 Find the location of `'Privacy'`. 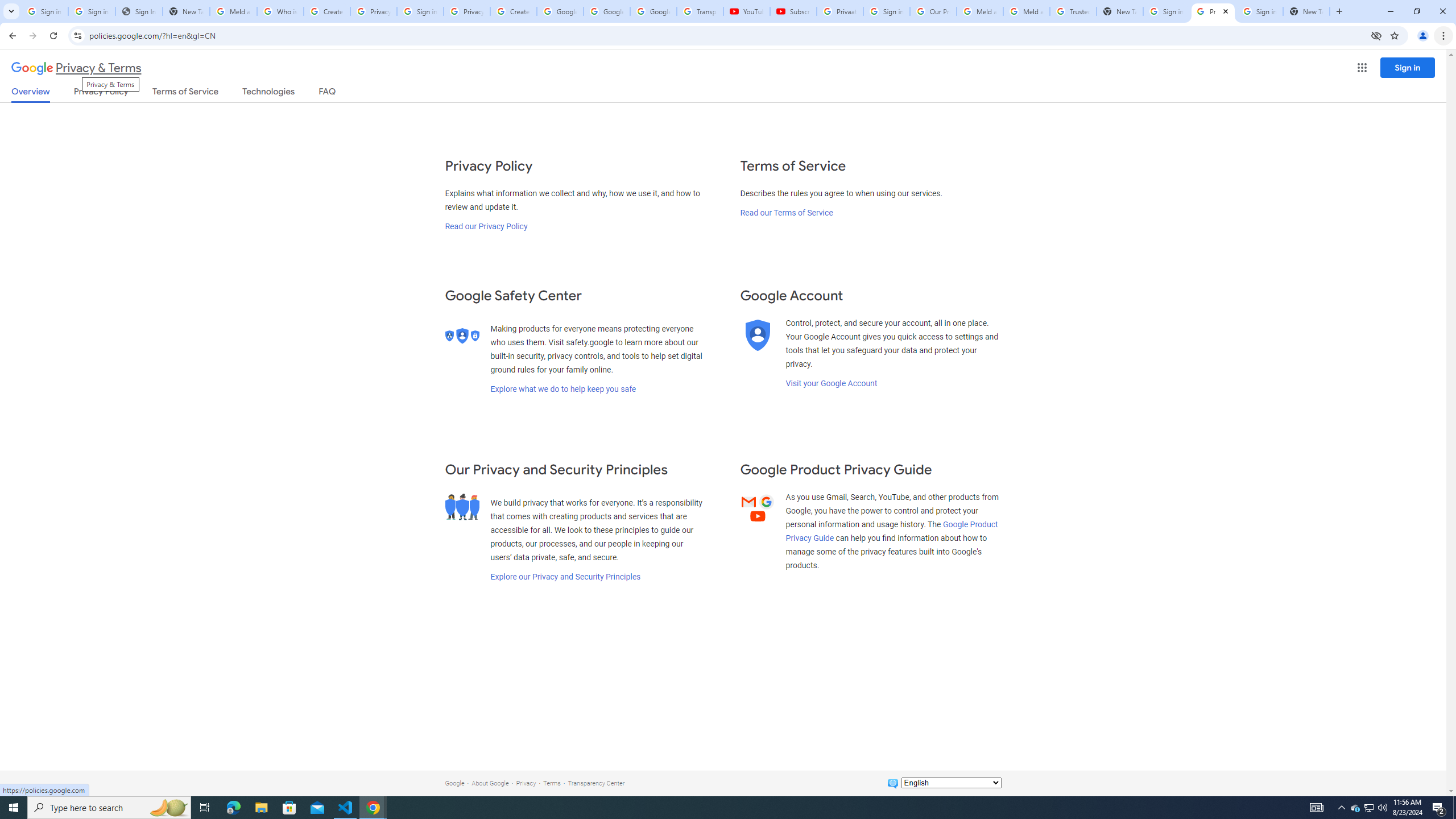

'Privacy' is located at coordinates (526, 783).